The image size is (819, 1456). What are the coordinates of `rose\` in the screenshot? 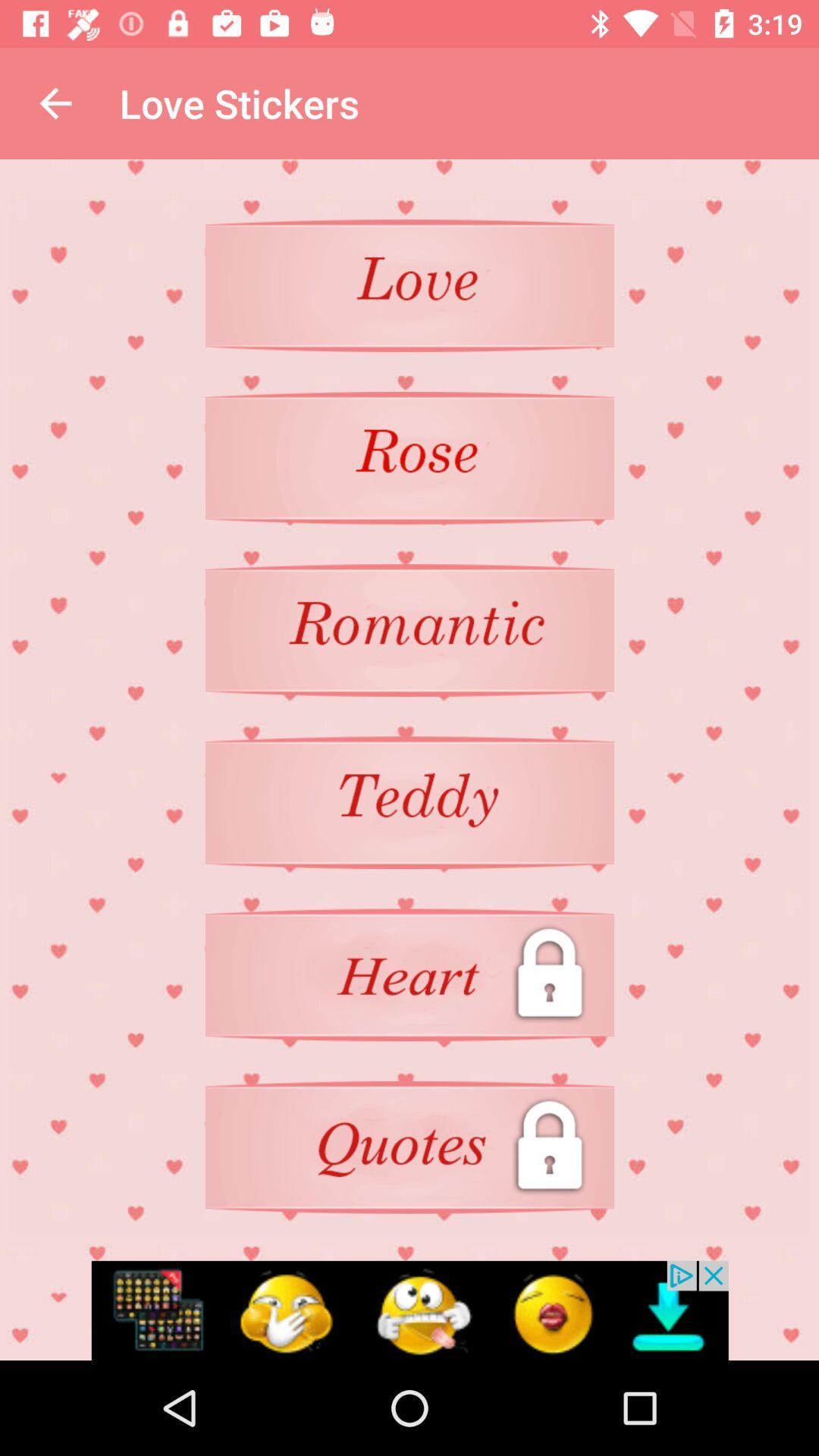 It's located at (409, 457).